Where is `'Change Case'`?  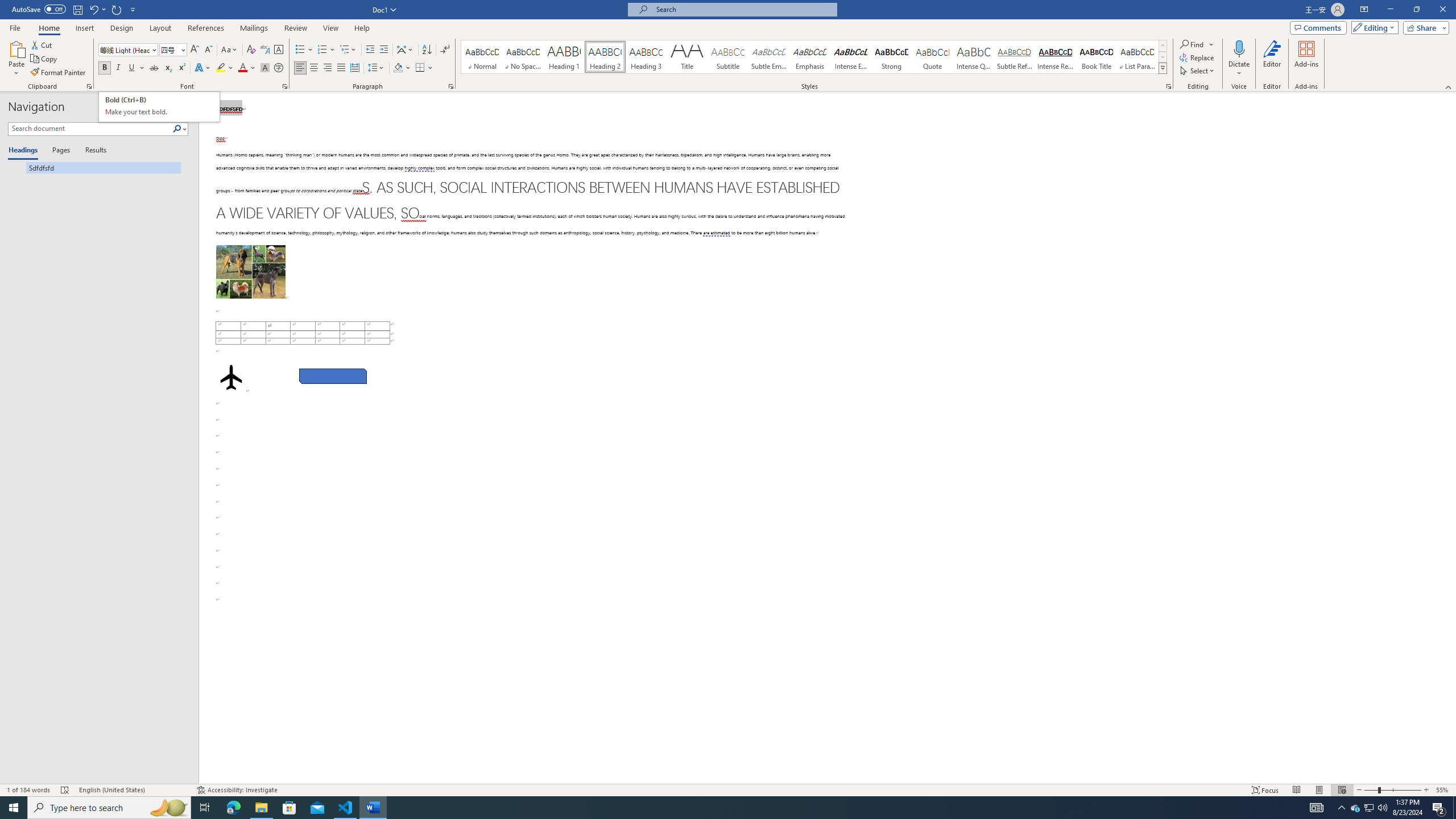
'Change Case' is located at coordinates (229, 49).